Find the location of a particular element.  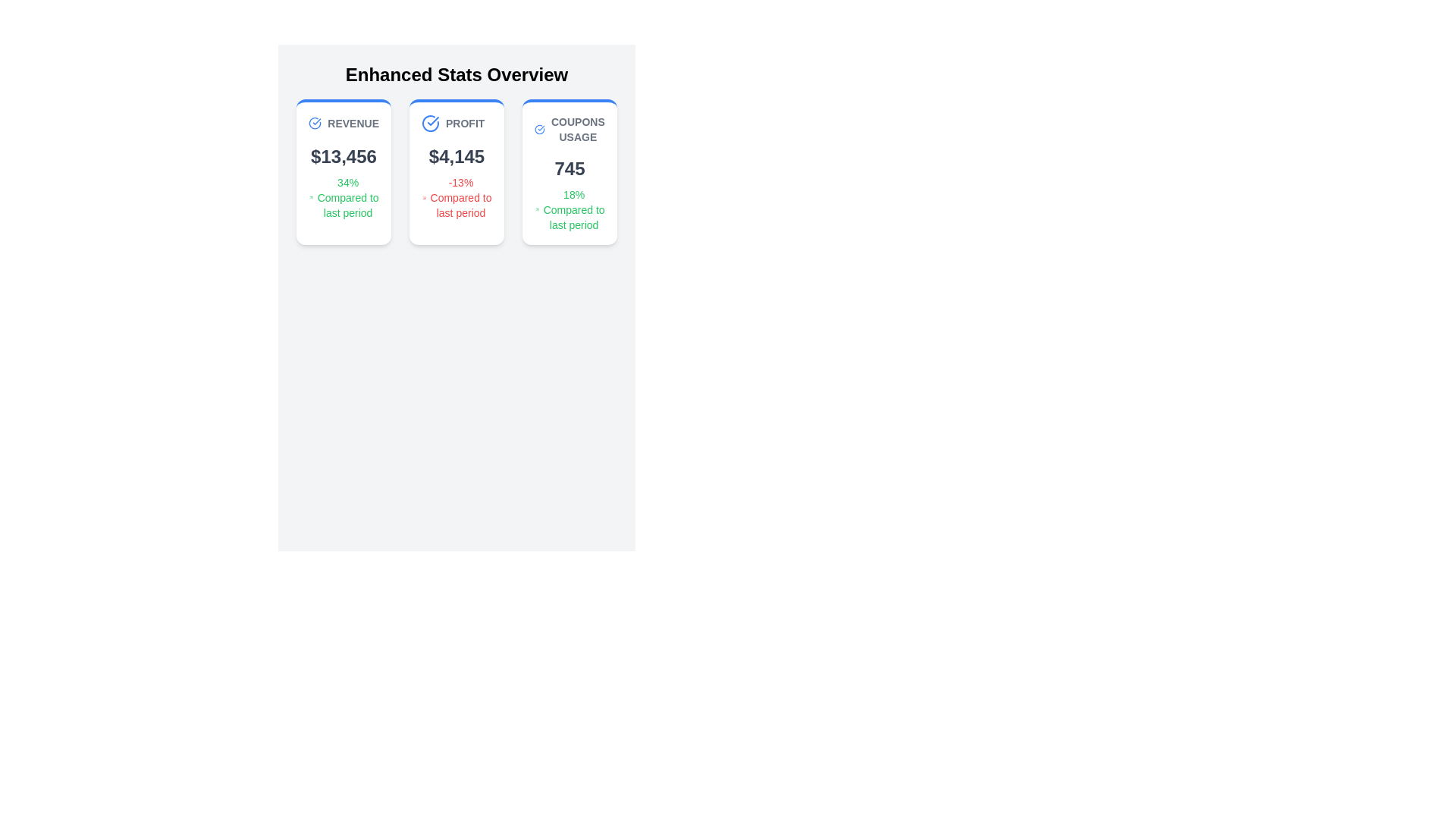

the icon is located at coordinates (456, 181).